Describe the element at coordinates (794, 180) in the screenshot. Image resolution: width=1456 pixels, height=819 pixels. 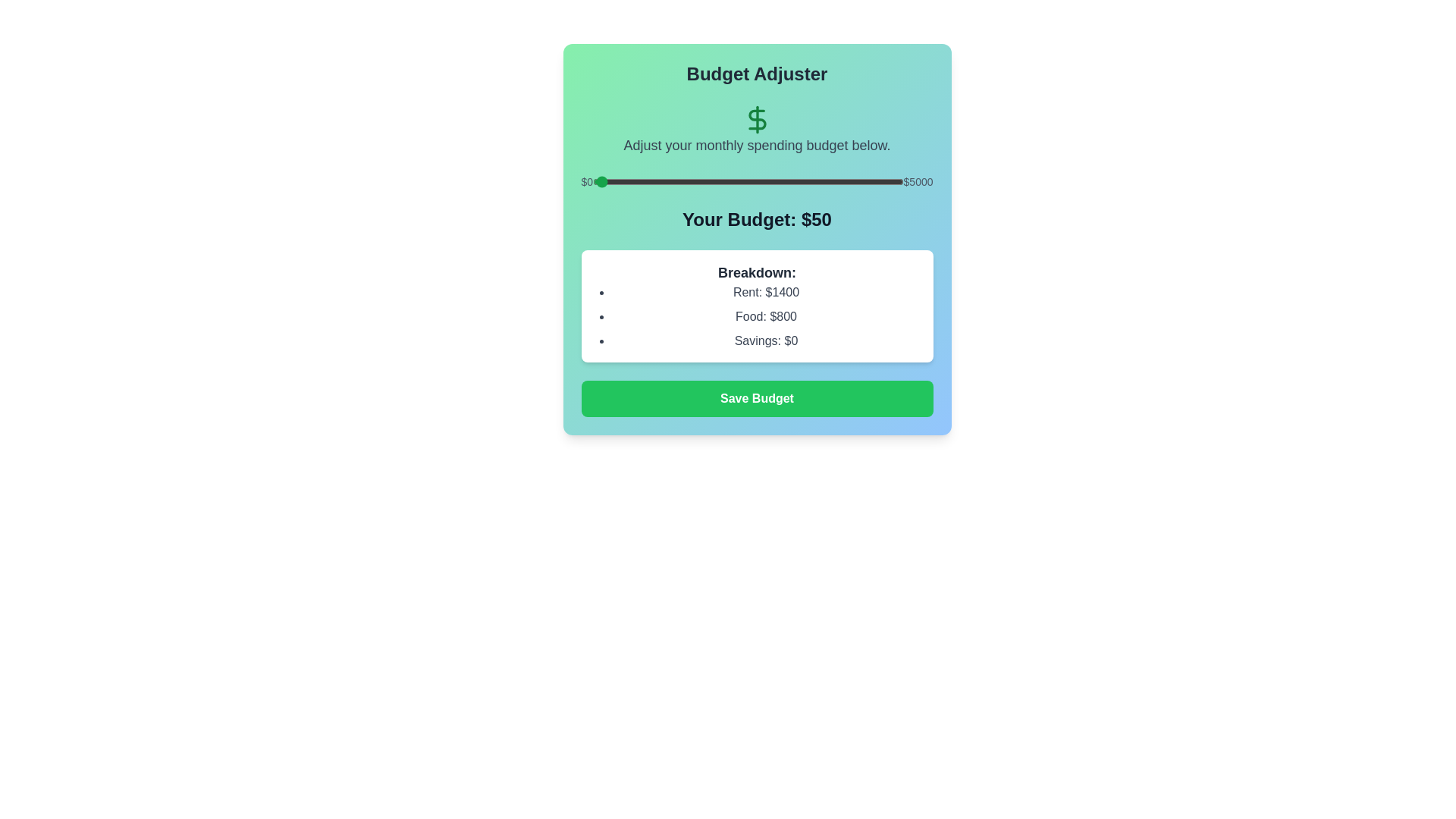
I see `the budget to 3252 dollars by adjusting the slider` at that location.